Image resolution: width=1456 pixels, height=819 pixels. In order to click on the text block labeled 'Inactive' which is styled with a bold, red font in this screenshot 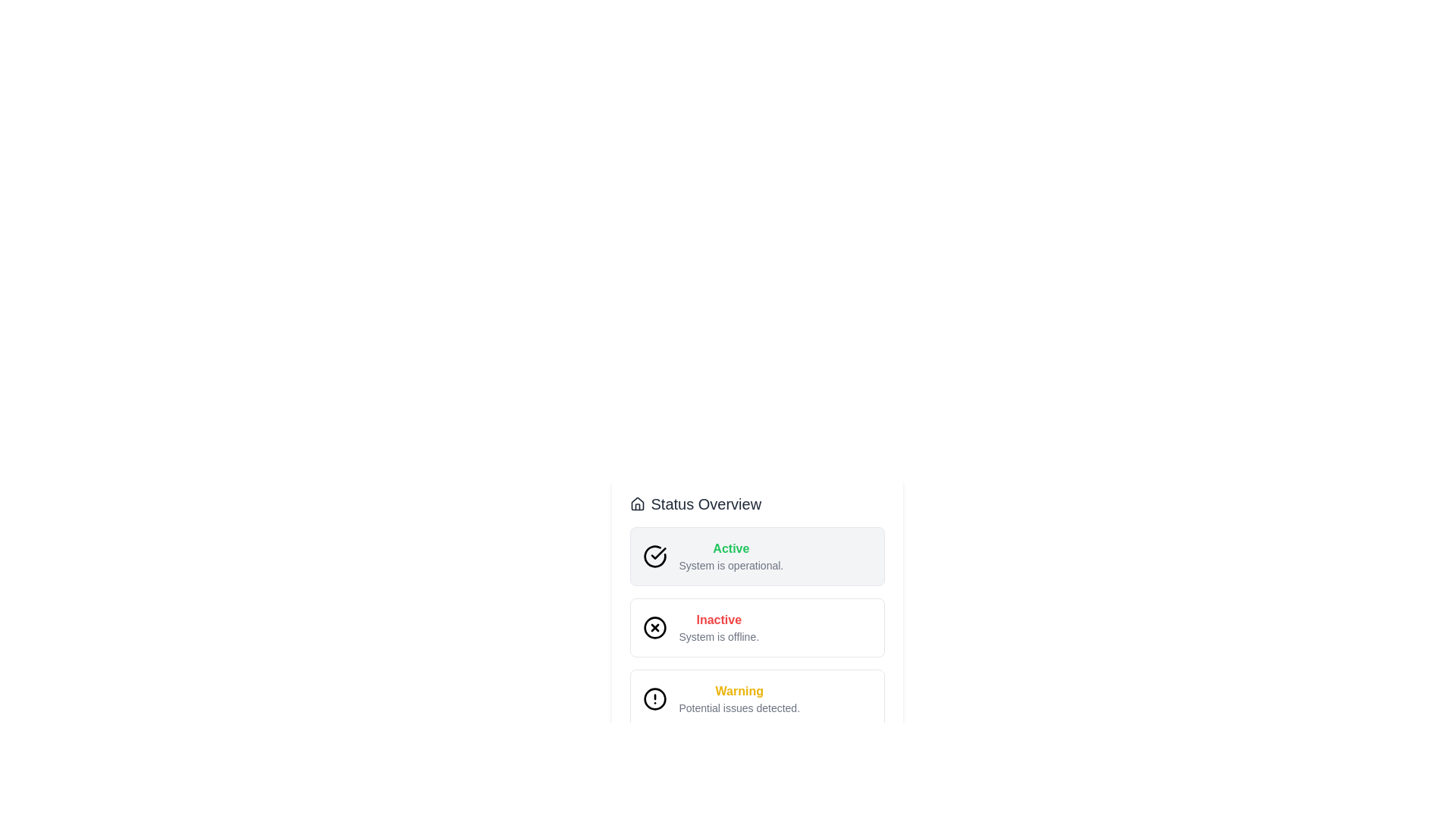, I will do `click(718, 628)`.